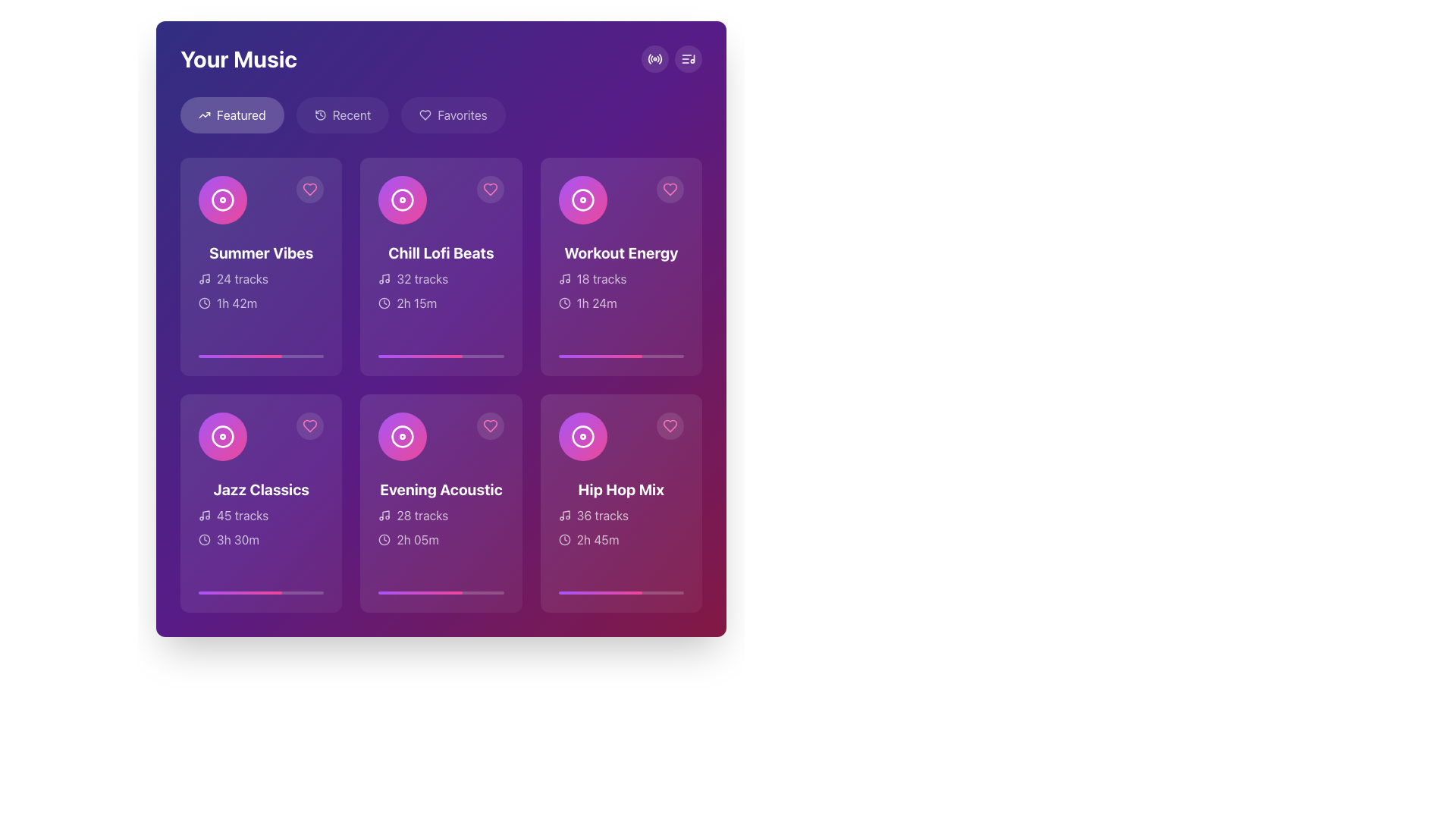 This screenshot has height=819, width=1456. Describe the element at coordinates (261, 489) in the screenshot. I see `the 'Jazz Classics' text label, which is bold, large-sized, and white on a purple background, located in the second row and first column of the music category grid` at that location.